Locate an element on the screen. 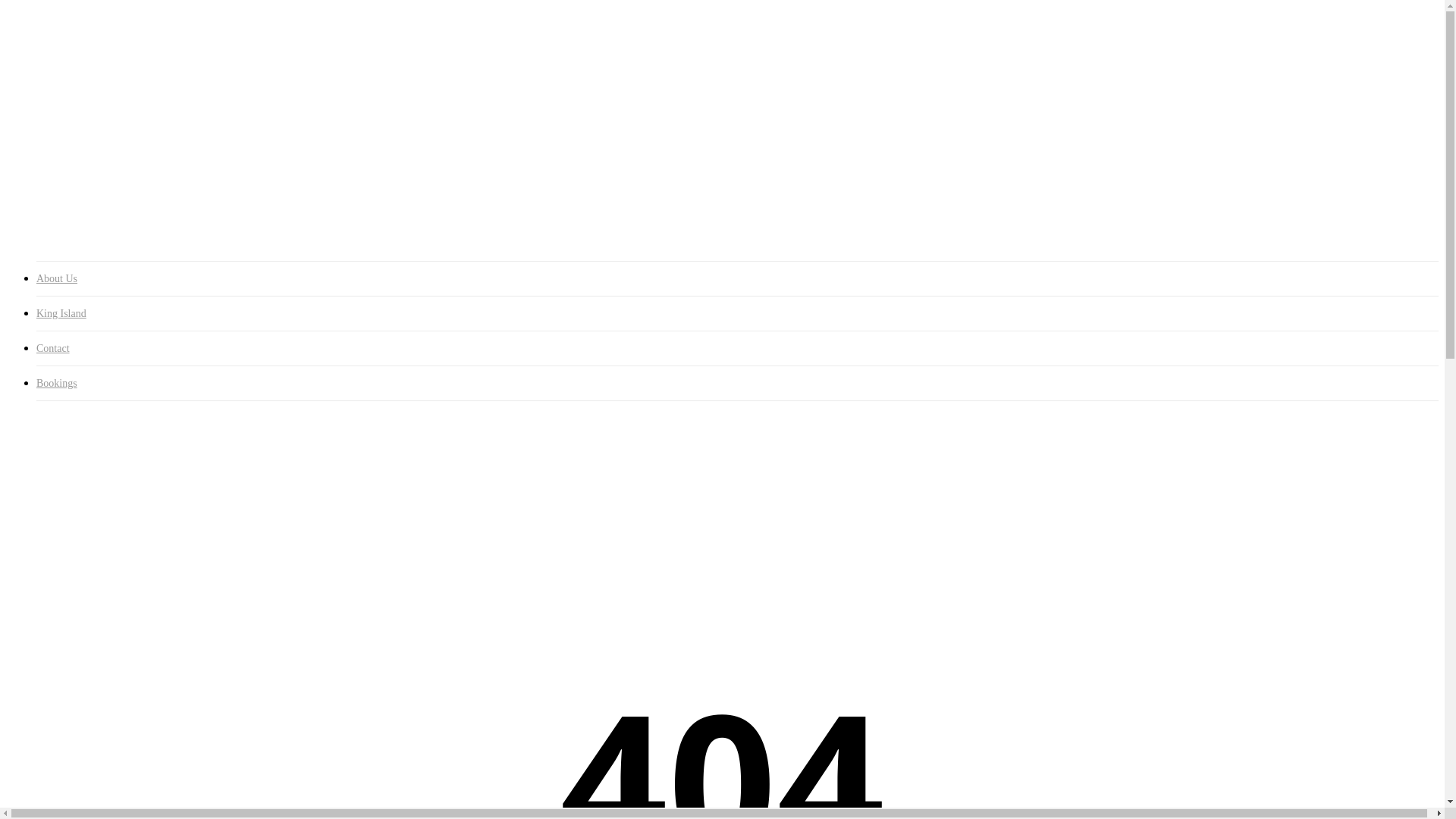 Image resolution: width=1456 pixels, height=819 pixels. 'Shore House' is located at coordinates (97, 93).